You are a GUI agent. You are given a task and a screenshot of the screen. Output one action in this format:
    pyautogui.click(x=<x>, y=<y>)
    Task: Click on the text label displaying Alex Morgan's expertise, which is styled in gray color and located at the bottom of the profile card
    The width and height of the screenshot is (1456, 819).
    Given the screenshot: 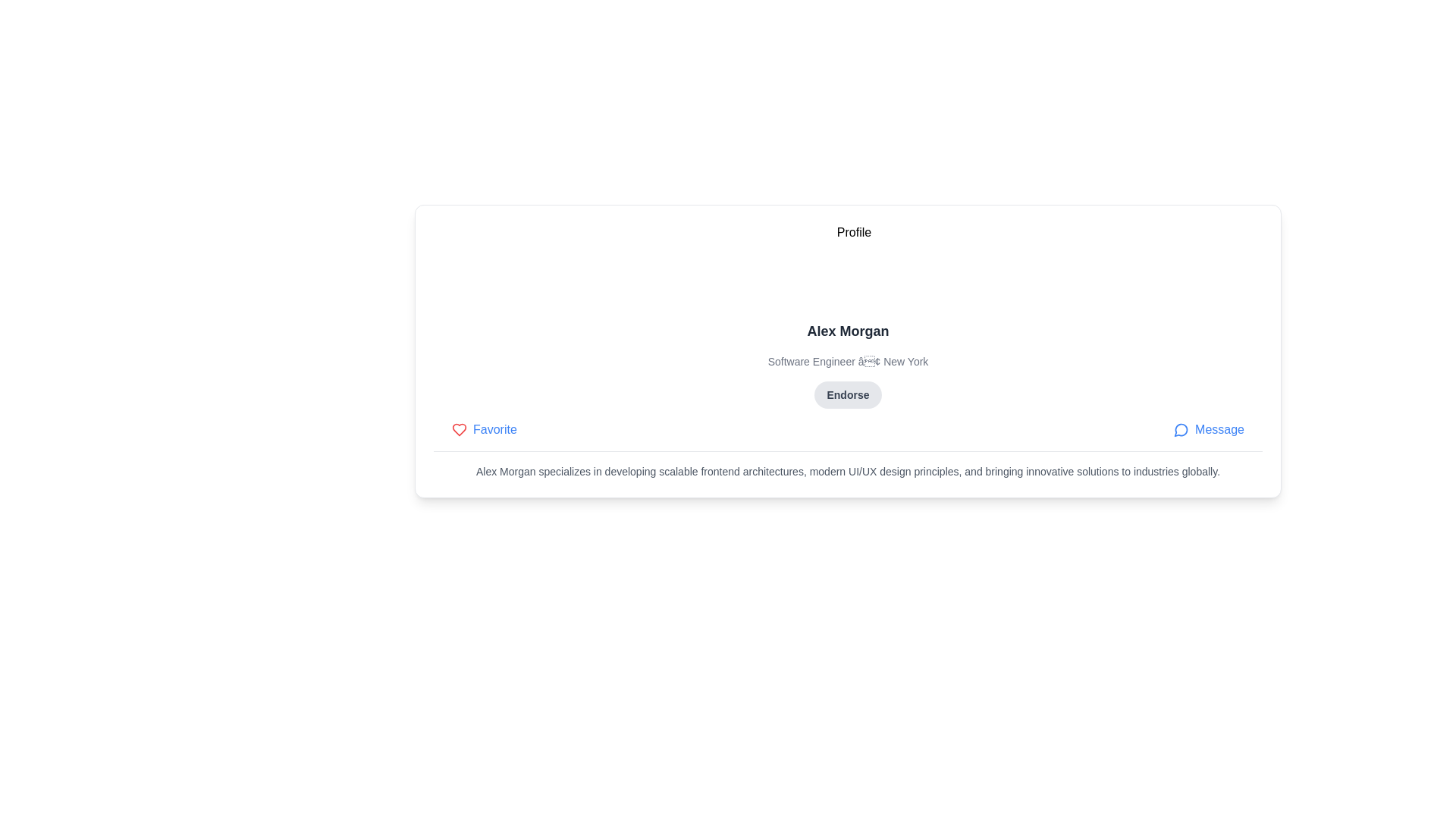 What is the action you would take?
    pyautogui.click(x=847, y=470)
    